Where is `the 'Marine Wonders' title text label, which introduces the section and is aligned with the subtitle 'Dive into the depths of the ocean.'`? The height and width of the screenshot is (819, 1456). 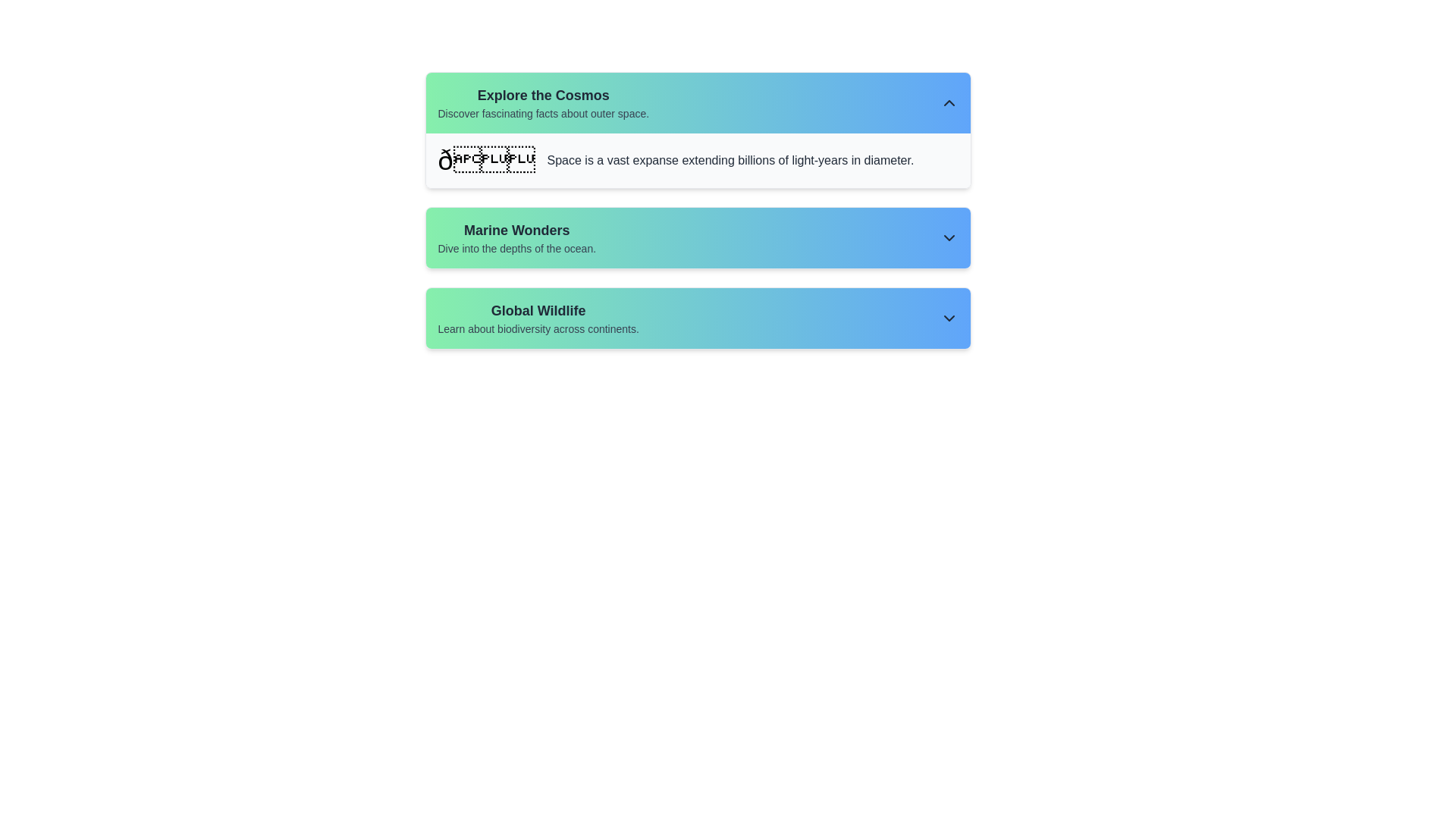
the 'Marine Wonders' title text label, which introduces the section and is aligned with the subtitle 'Dive into the depths of the ocean.' is located at coordinates (516, 231).